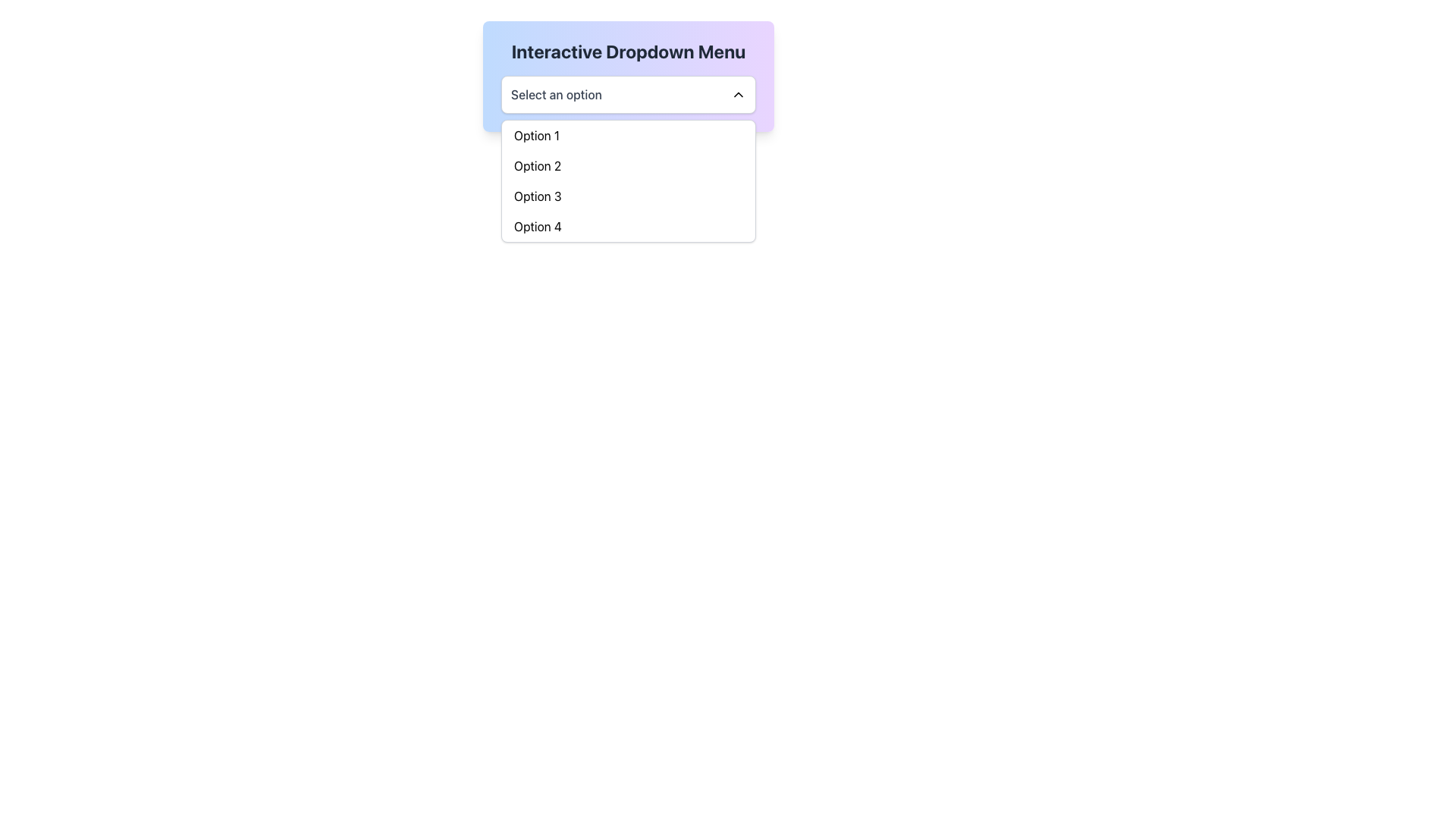 The image size is (1456, 819). I want to click on an option from the dropdown menu labeled 'Select an option', which is located beneath the title 'Interactive Dropdown Menu', so click(629, 94).